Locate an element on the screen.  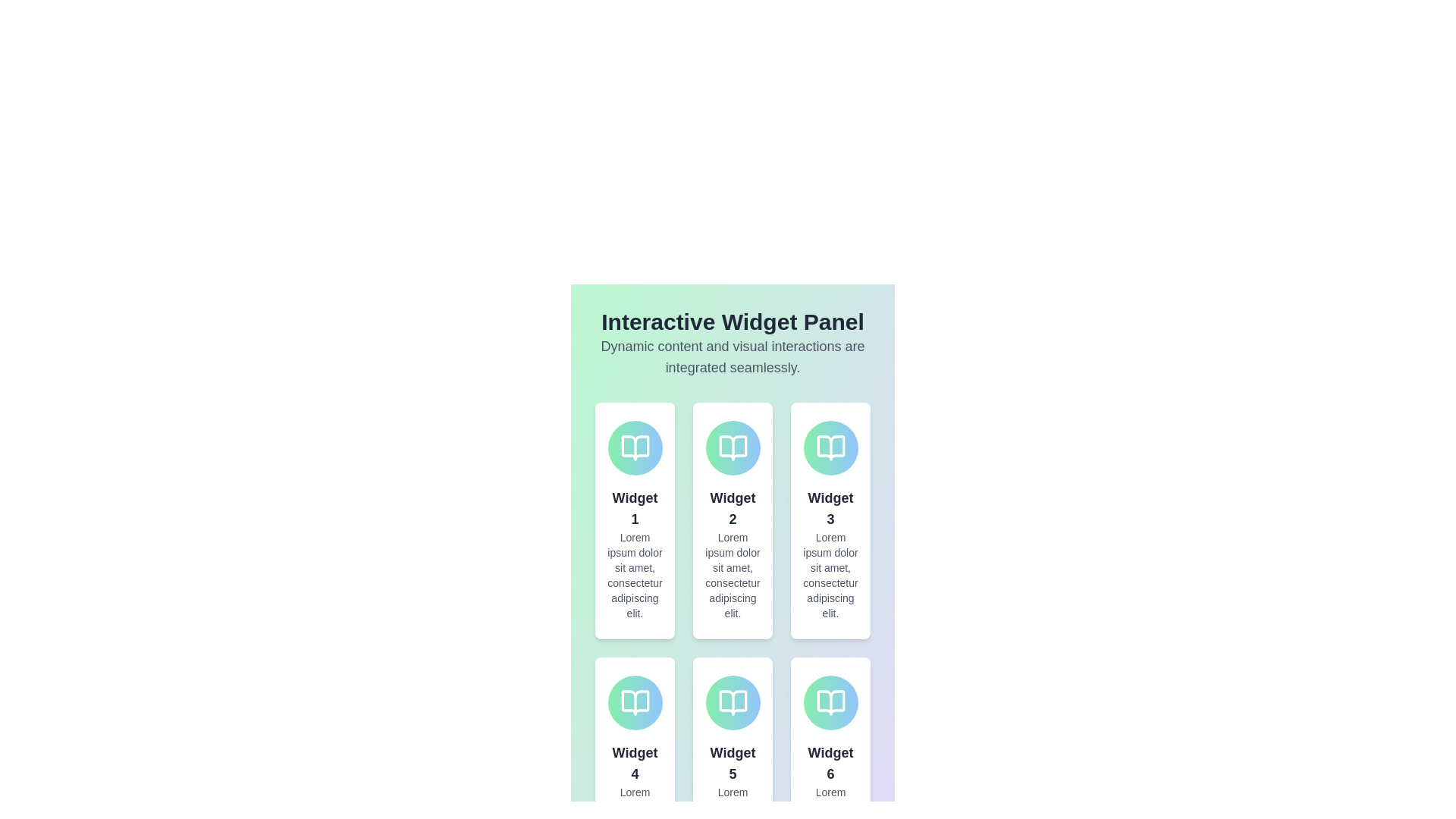
the circular graphic component with a gradient background and a white book icon in the center, located in the upper part of the 'Widget 1' card is located at coordinates (635, 447).